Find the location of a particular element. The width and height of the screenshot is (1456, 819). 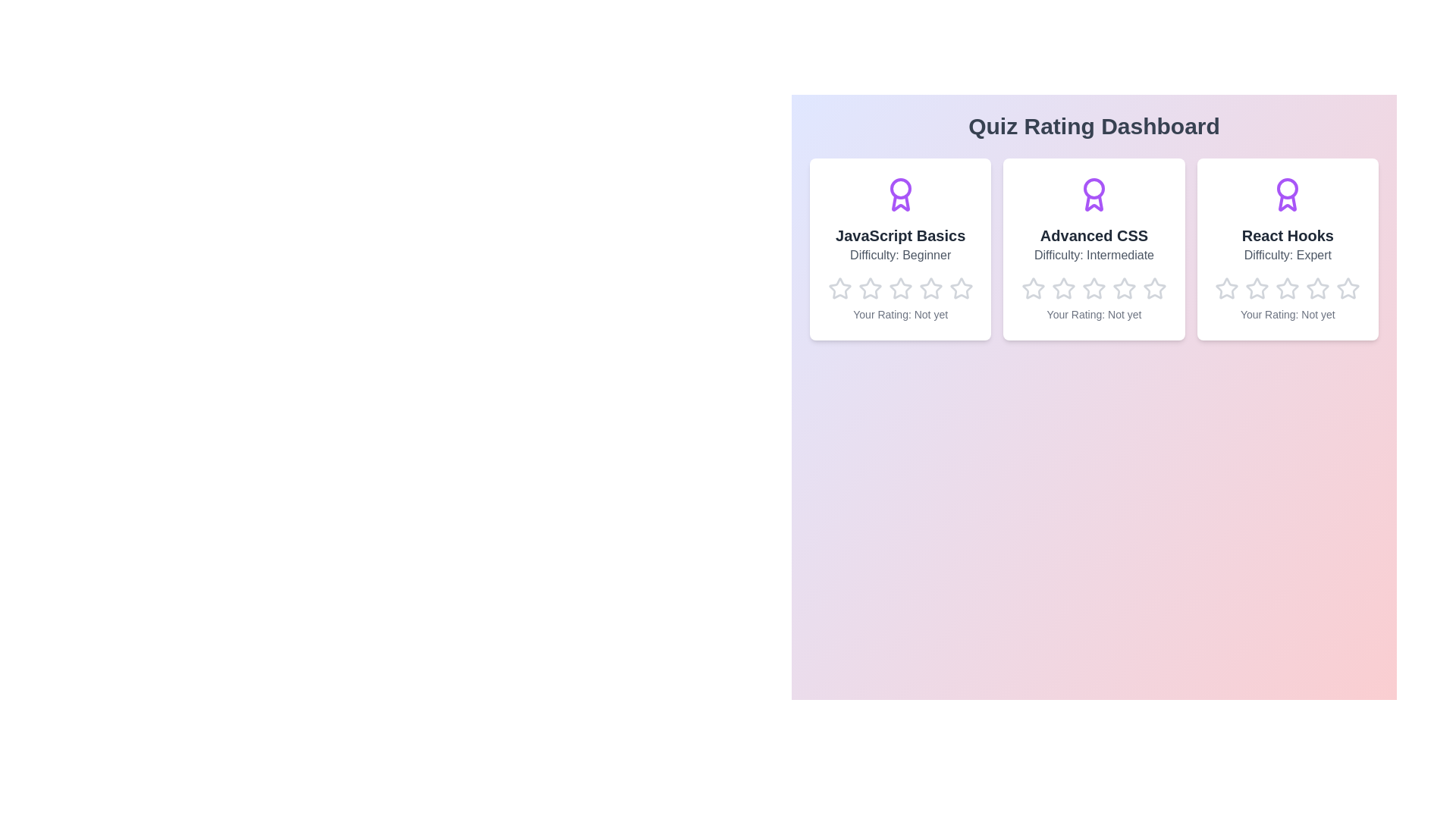

the star corresponding to the rating 3 for the quiz React Hooks is located at coordinates (1275, 277).